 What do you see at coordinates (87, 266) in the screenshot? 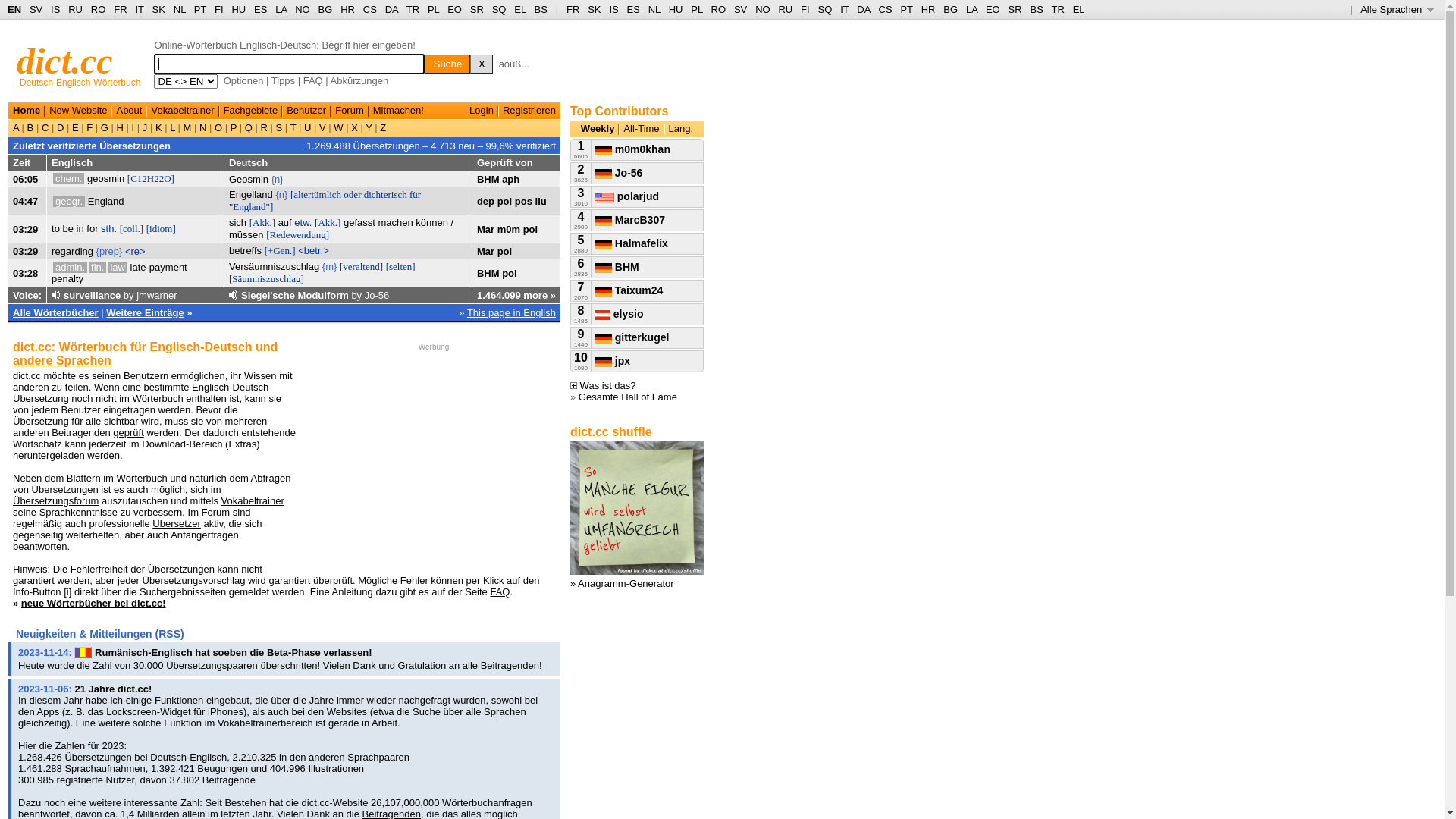
I see `'fin.'` at bounding box center [87, 266].